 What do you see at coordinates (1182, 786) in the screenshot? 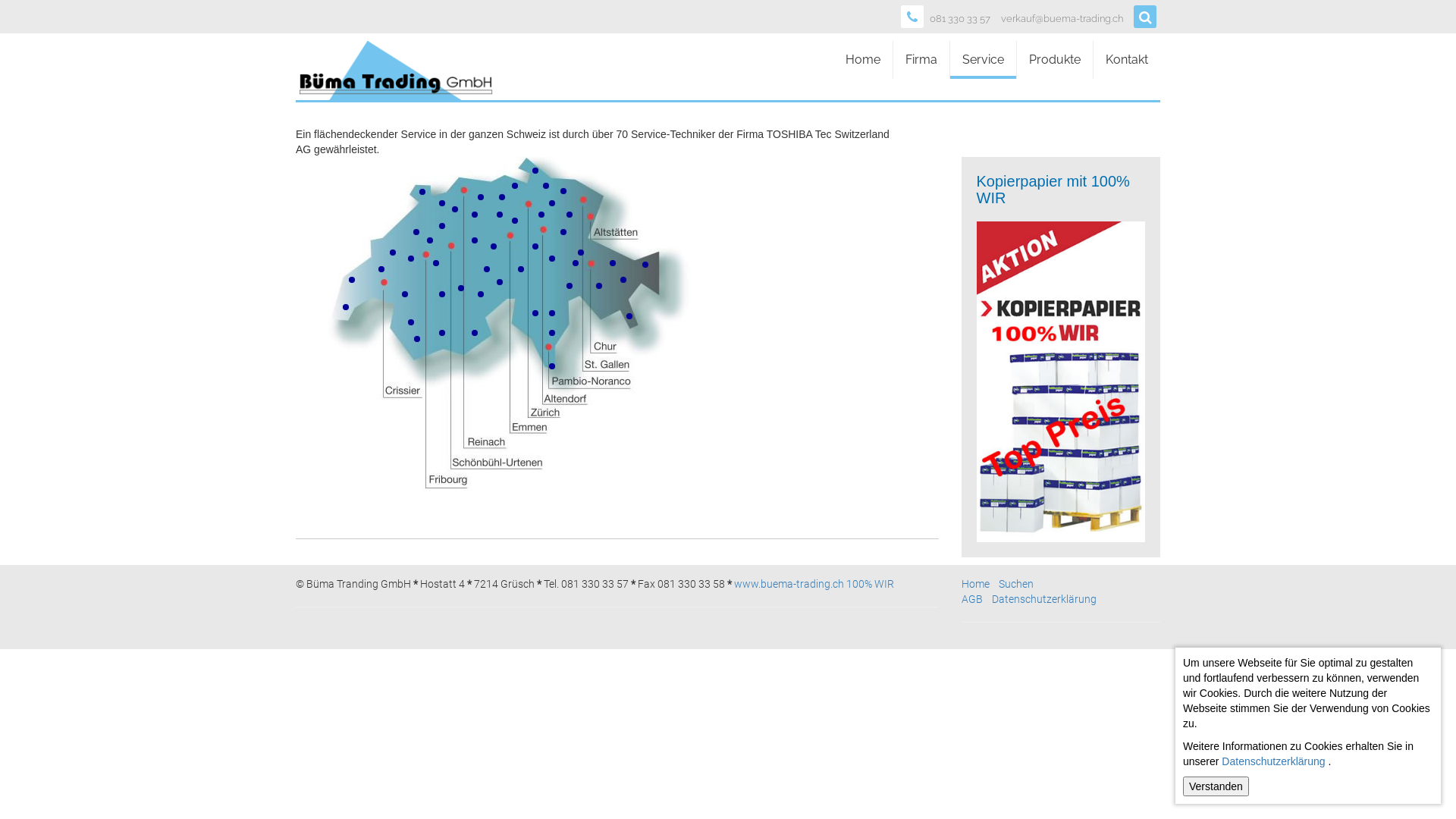
I see `'Verstanden'` at bounding box center [1182, 786].